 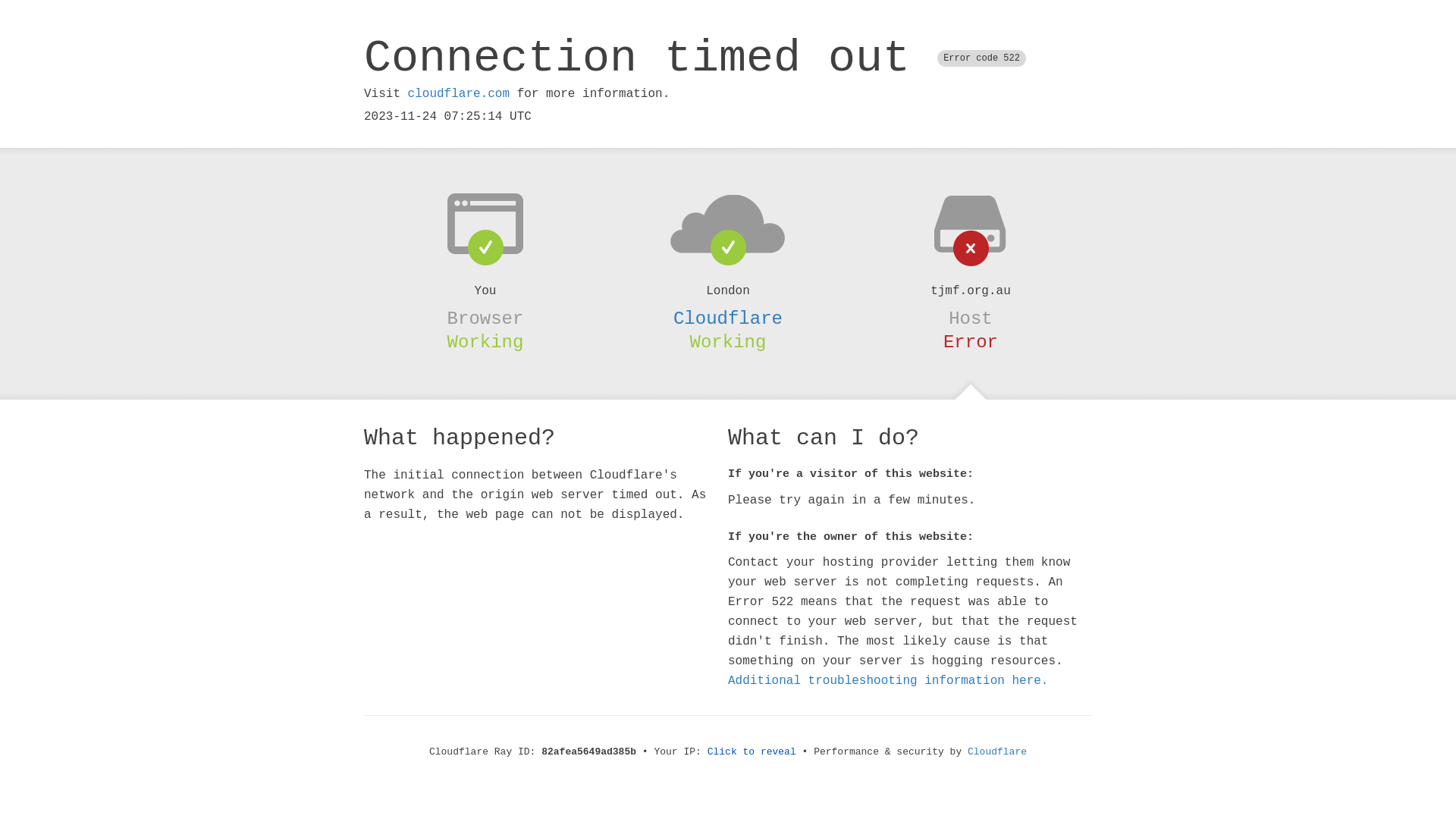 I want to click on 'Click to reveal', so click(x=752, y=752).